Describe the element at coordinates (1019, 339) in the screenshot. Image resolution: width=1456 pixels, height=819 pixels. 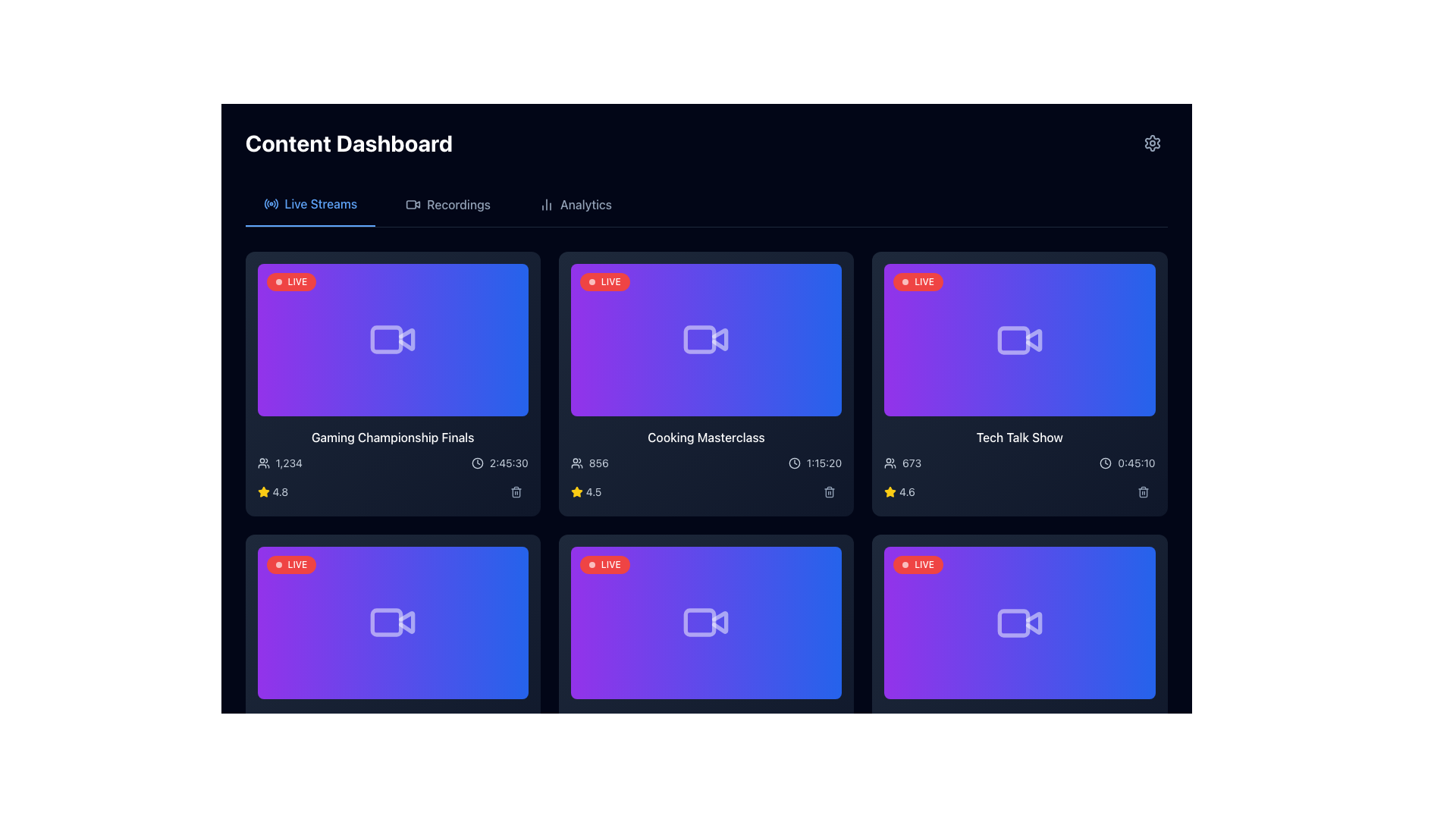
I see `the video camera icon located in the central portion of the 'Tech Talk Show' card on the dashboard` at that location.